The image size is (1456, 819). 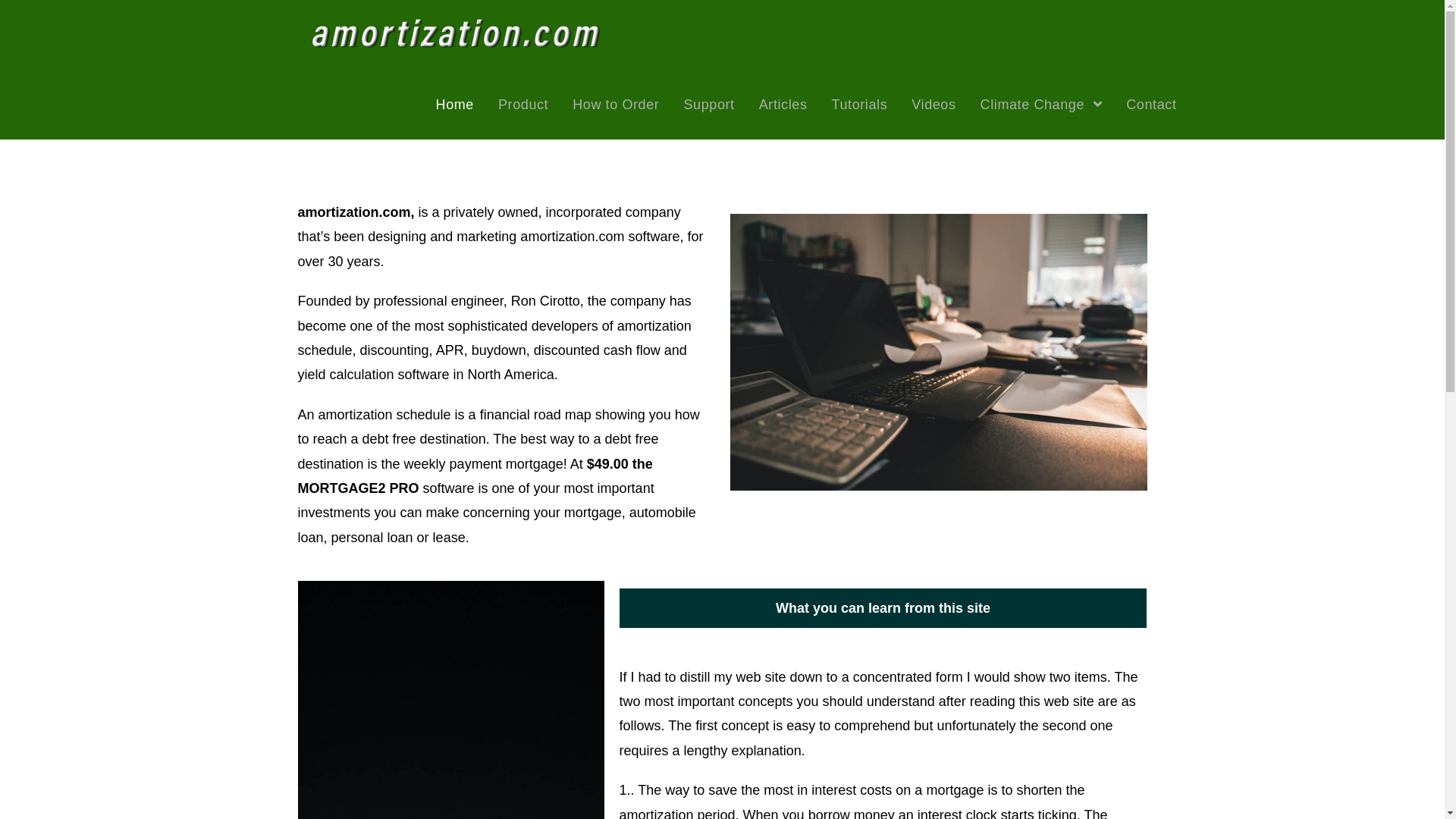 I want to click on 'Contact', so click(x=1150, y=104).